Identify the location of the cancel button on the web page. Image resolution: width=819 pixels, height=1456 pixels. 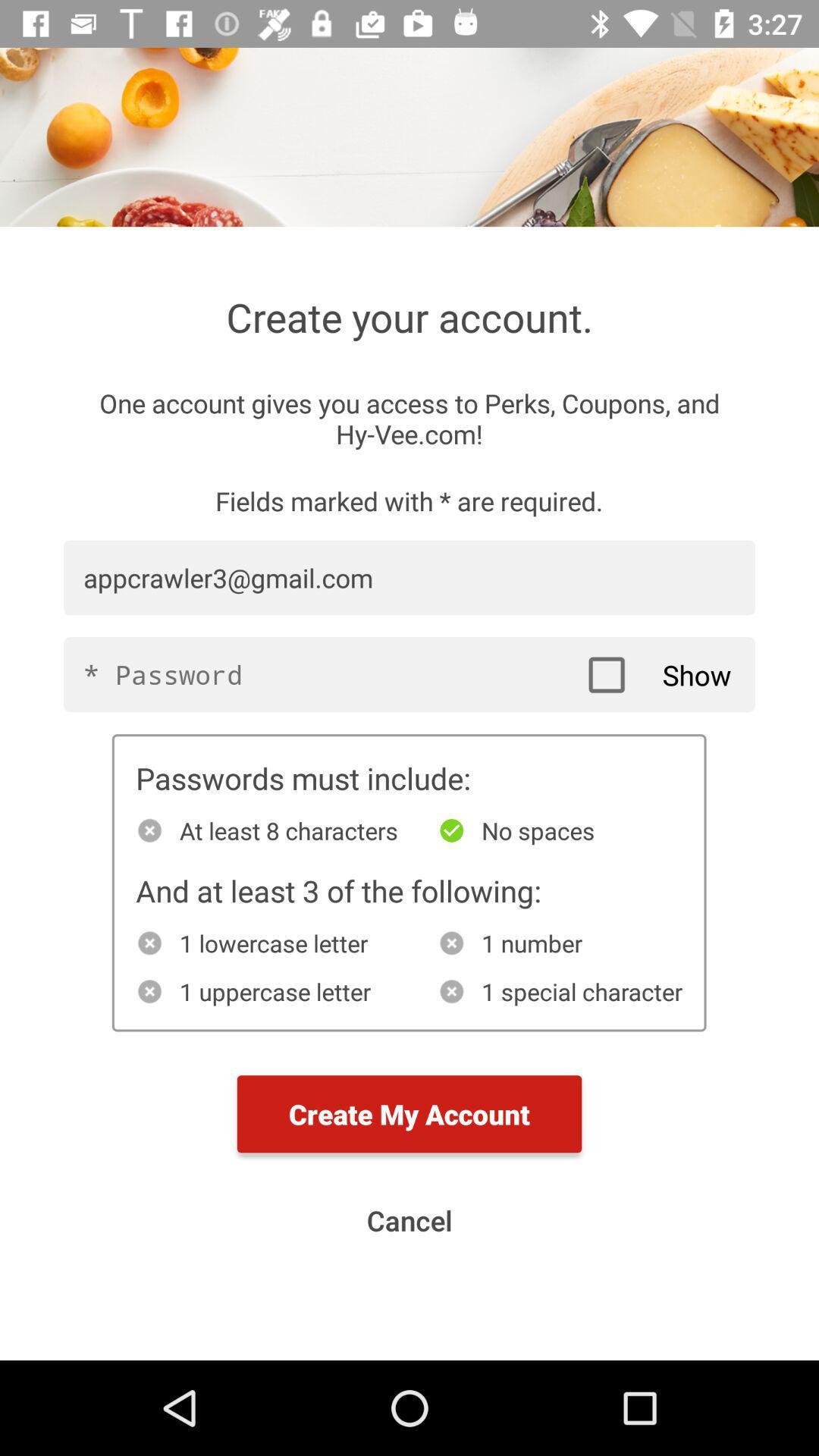
(409, 1220).